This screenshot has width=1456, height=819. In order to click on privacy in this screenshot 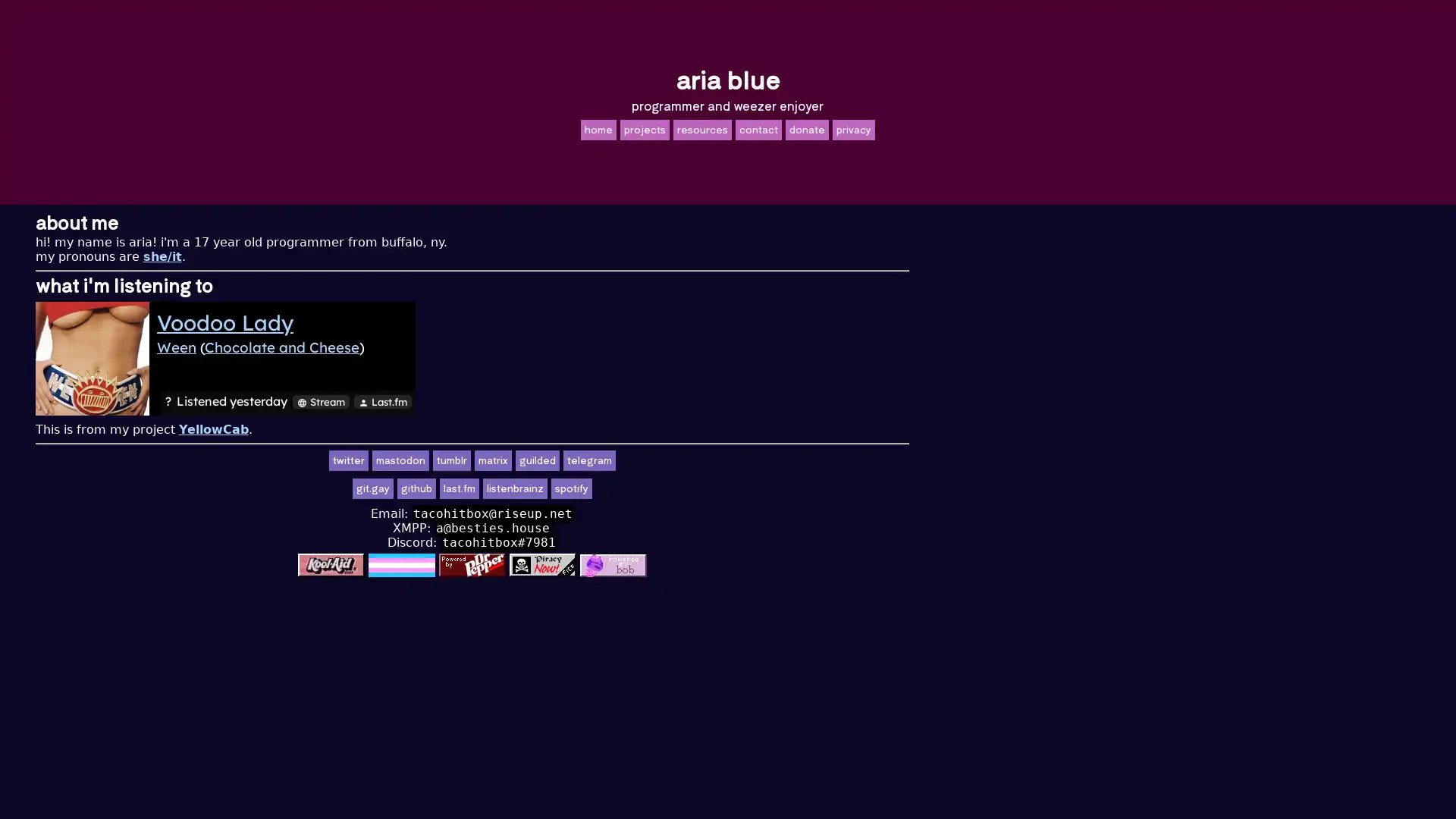, I will do `click(852, 128)`.